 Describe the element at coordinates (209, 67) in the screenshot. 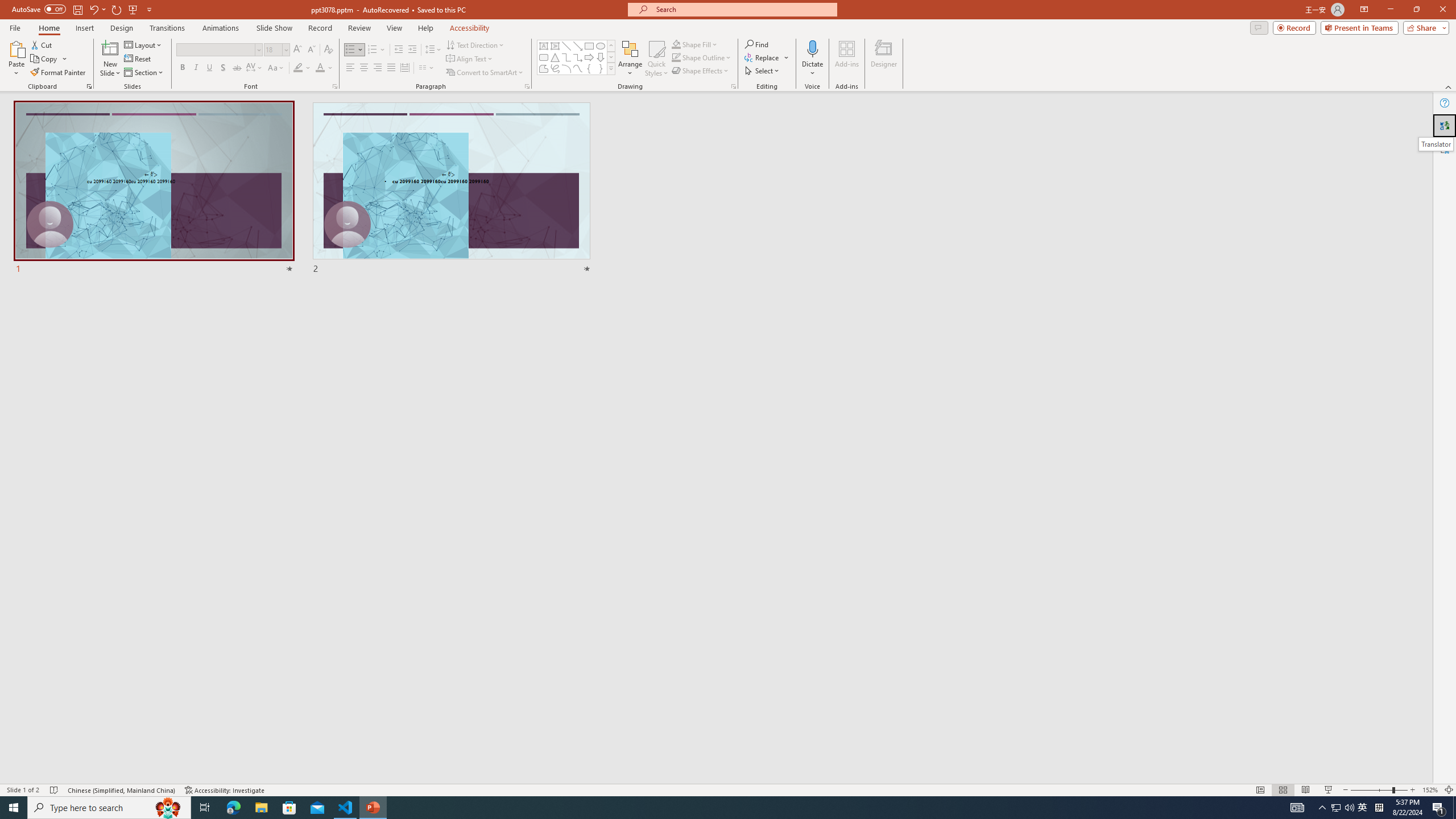

I see `'Underline'` at that location.